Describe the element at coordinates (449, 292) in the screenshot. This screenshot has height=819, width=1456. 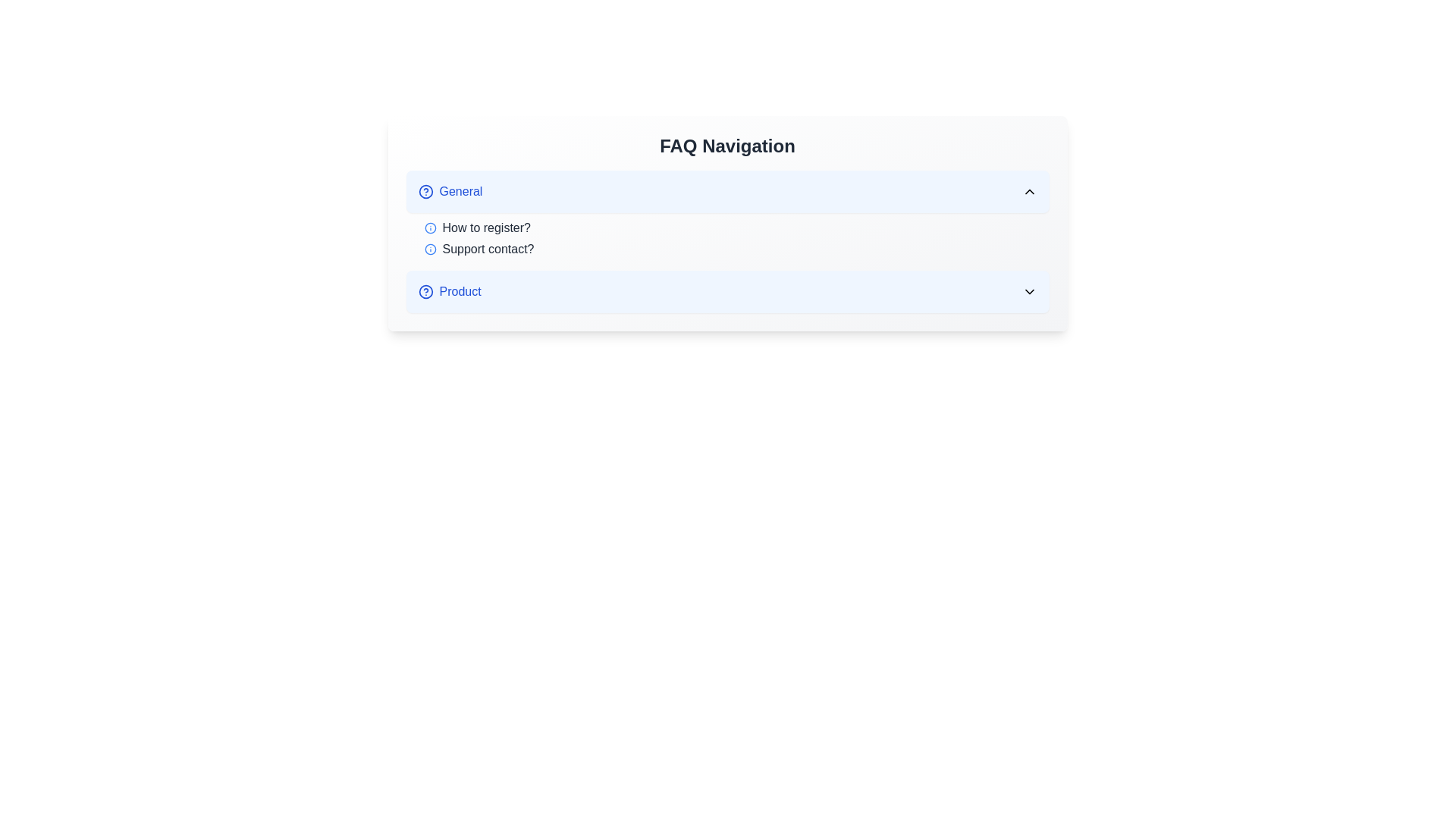
I see `the content related to 'Product' inquiries by interacting with the text label in the navigation menu under the FAQ section` at that location.